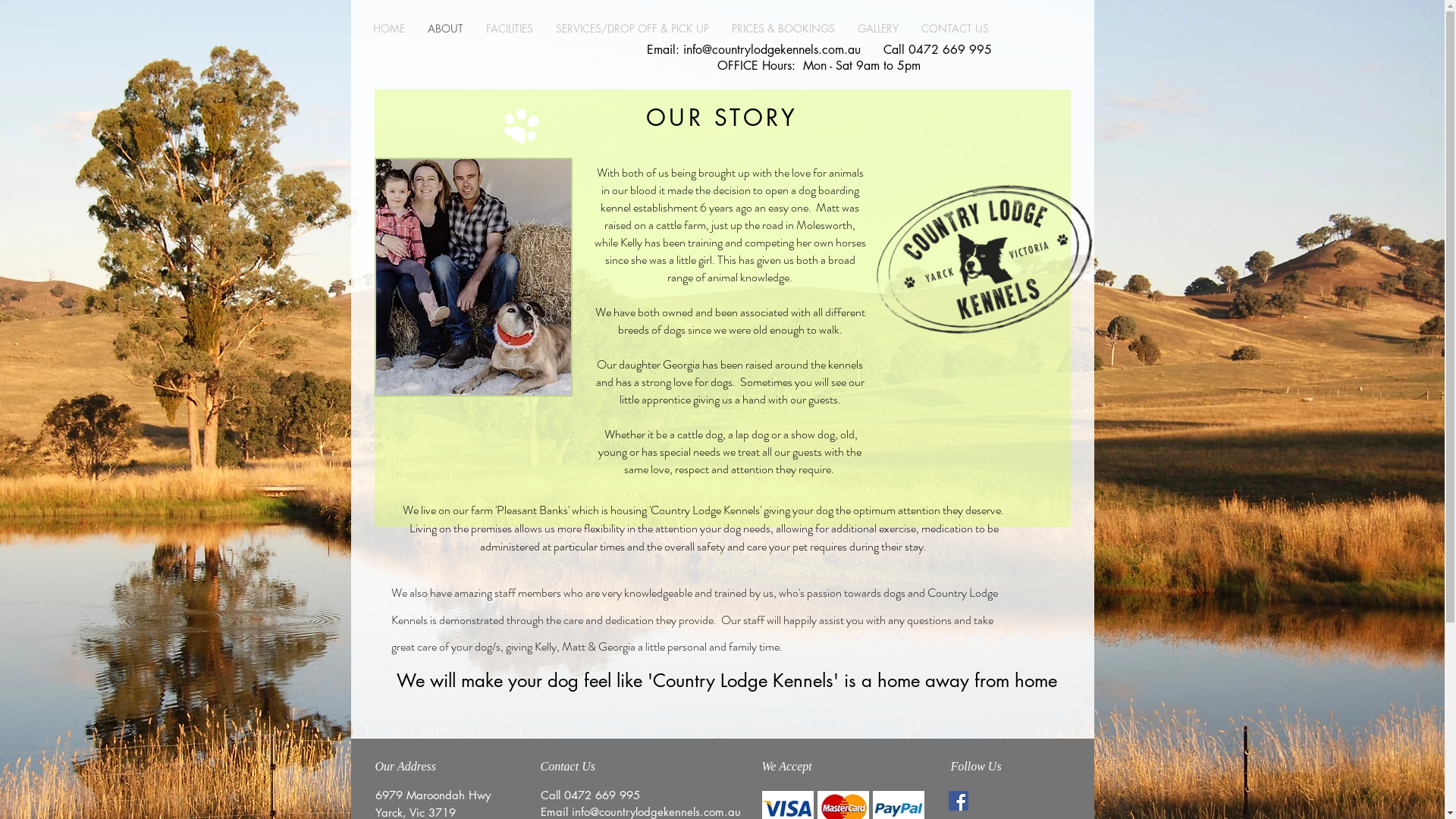 The image size is (1456, 819). What do you see at coordinates (682, 49) in the screenshot?
I see `'info@countrylodgekennels.com.au'` at bounding box center [682, 49].